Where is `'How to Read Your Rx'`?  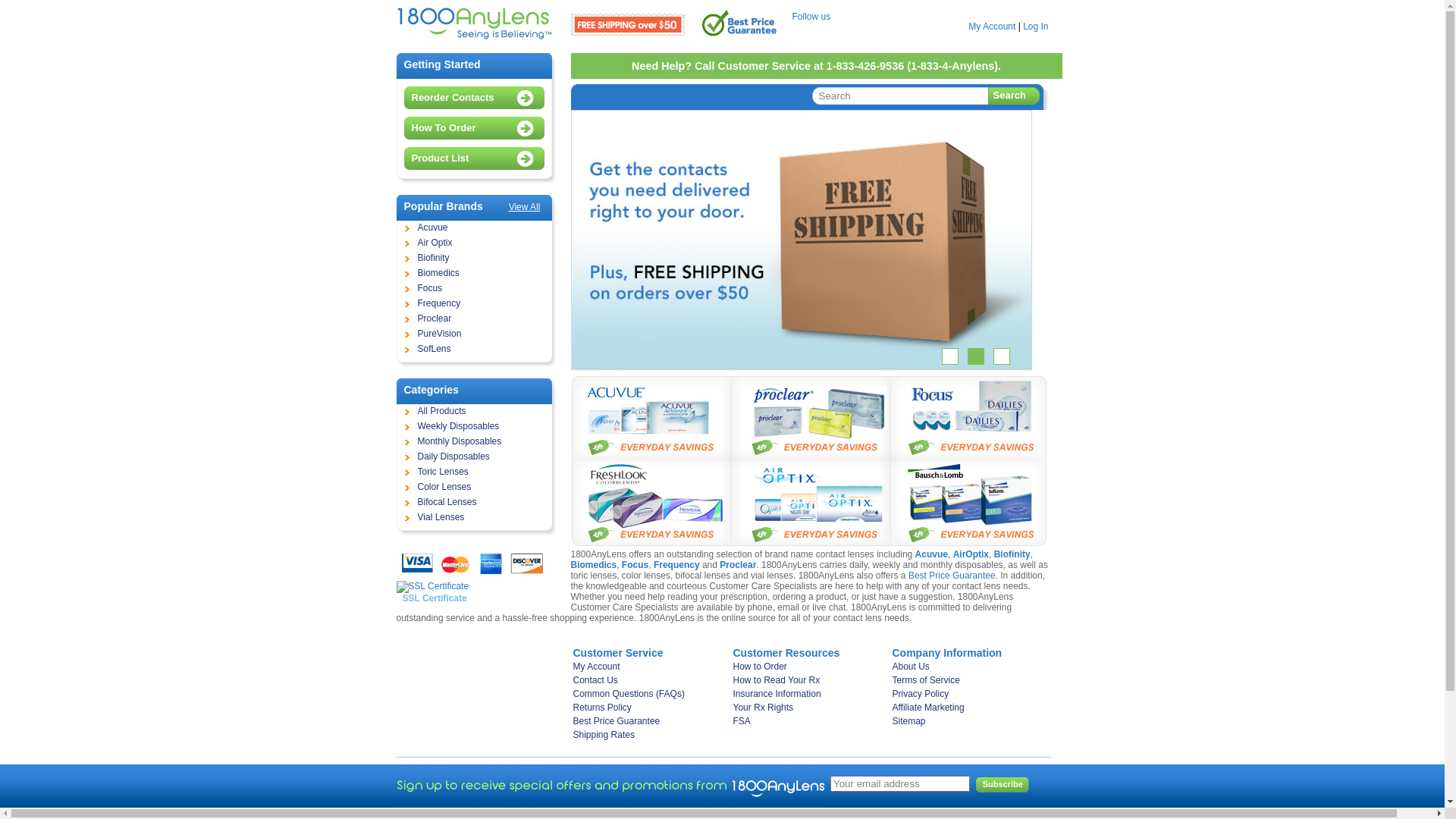
'How to Read Your Rx' is located at coordinates (732, 679).